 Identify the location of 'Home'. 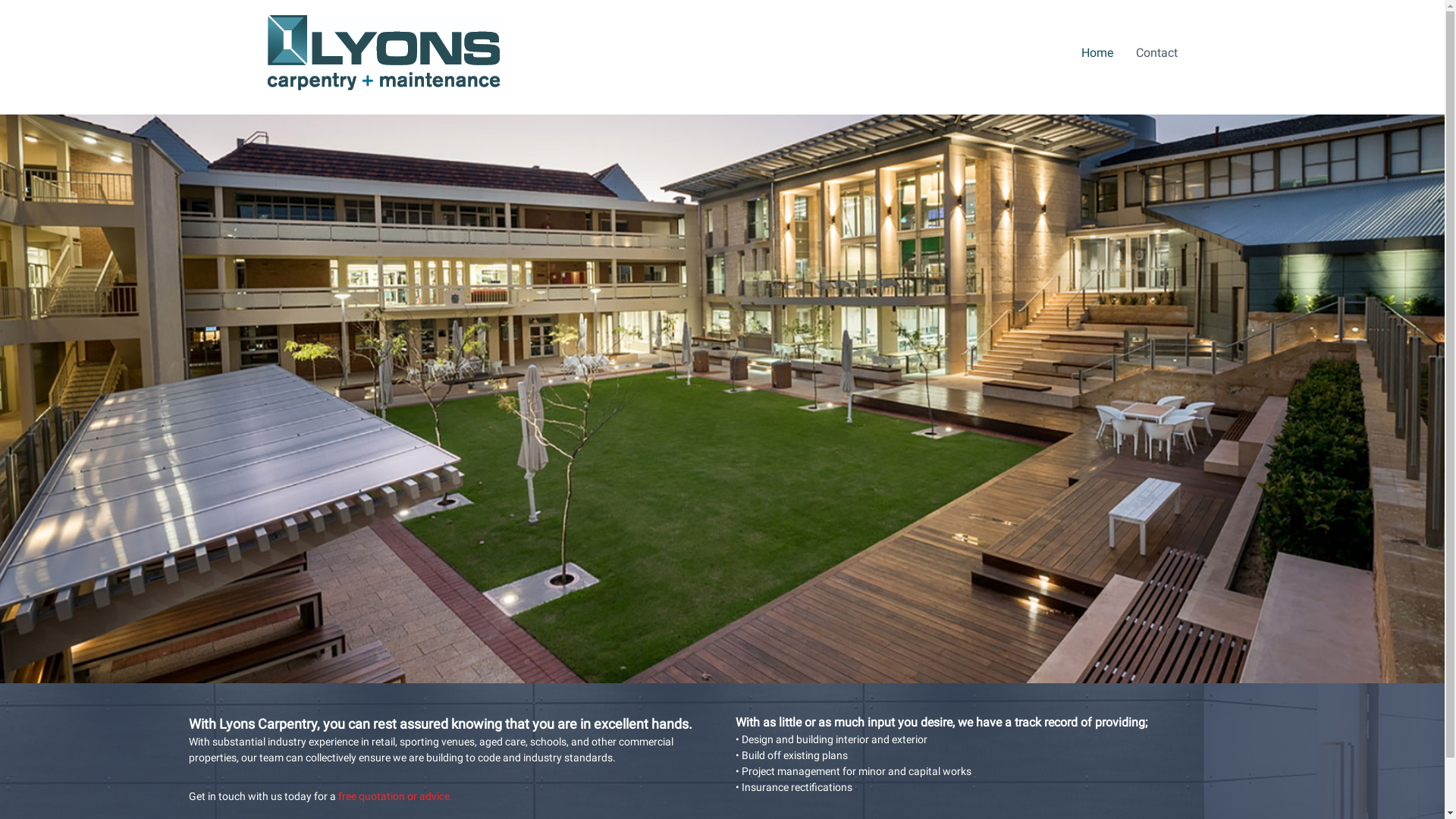
(1080, 52).